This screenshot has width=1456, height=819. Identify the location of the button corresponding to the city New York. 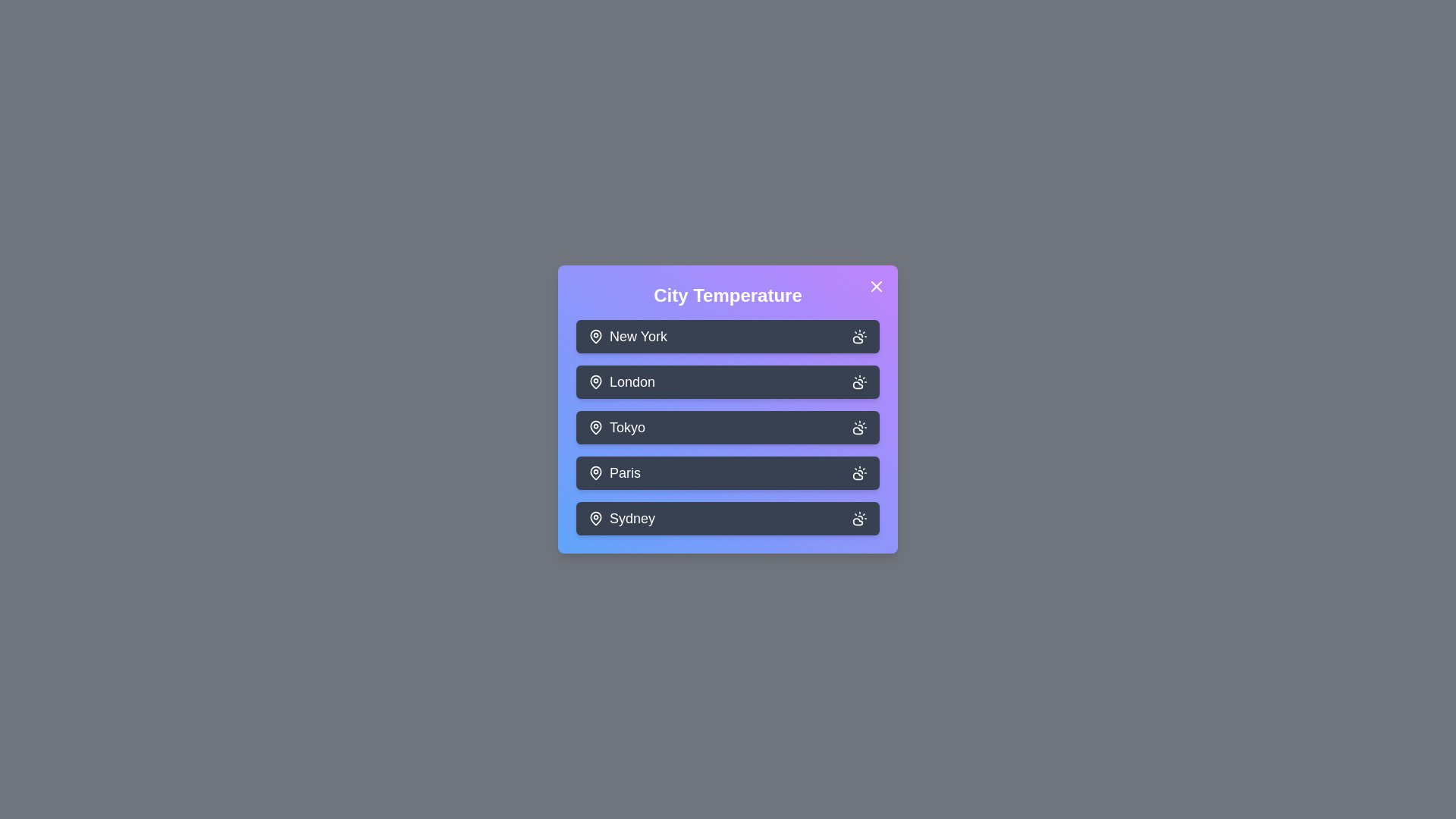
(728, 335).